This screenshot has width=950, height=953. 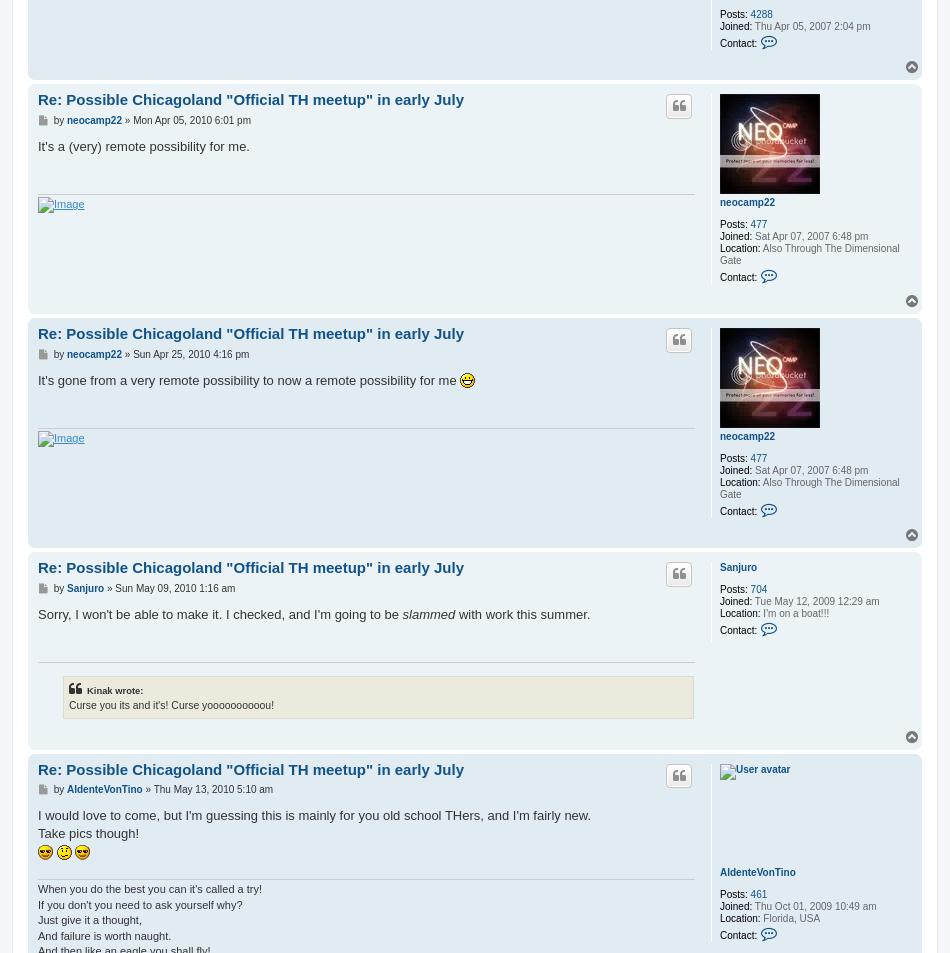 What do you see at coordinates (191, 118) in the screenshot?
I see `'Mon Apr 05, 2010 6:01 pm'` at bounding box center [191, 118].